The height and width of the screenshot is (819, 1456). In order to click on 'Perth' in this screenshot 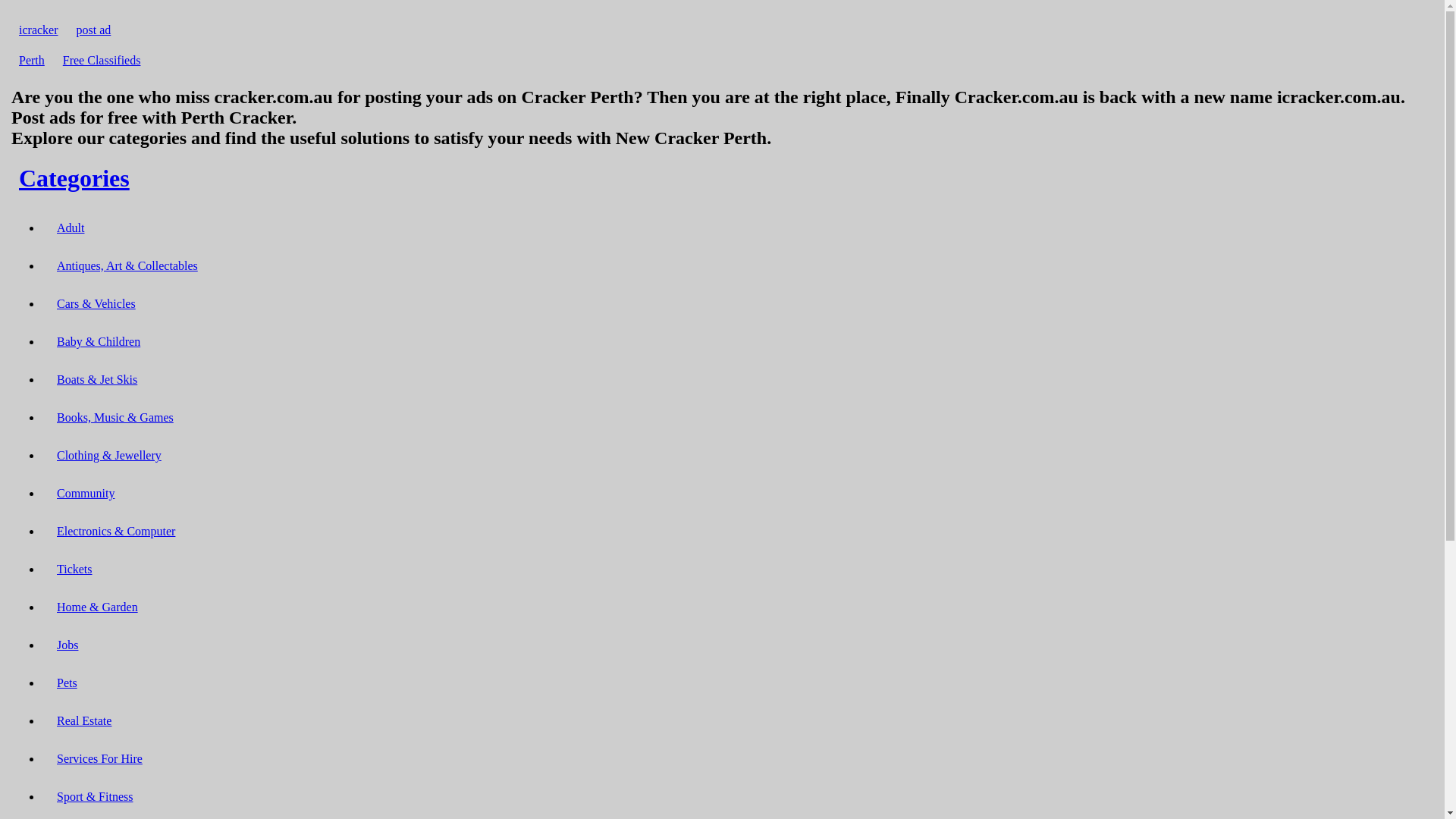, I will do `click(11, 59)`.